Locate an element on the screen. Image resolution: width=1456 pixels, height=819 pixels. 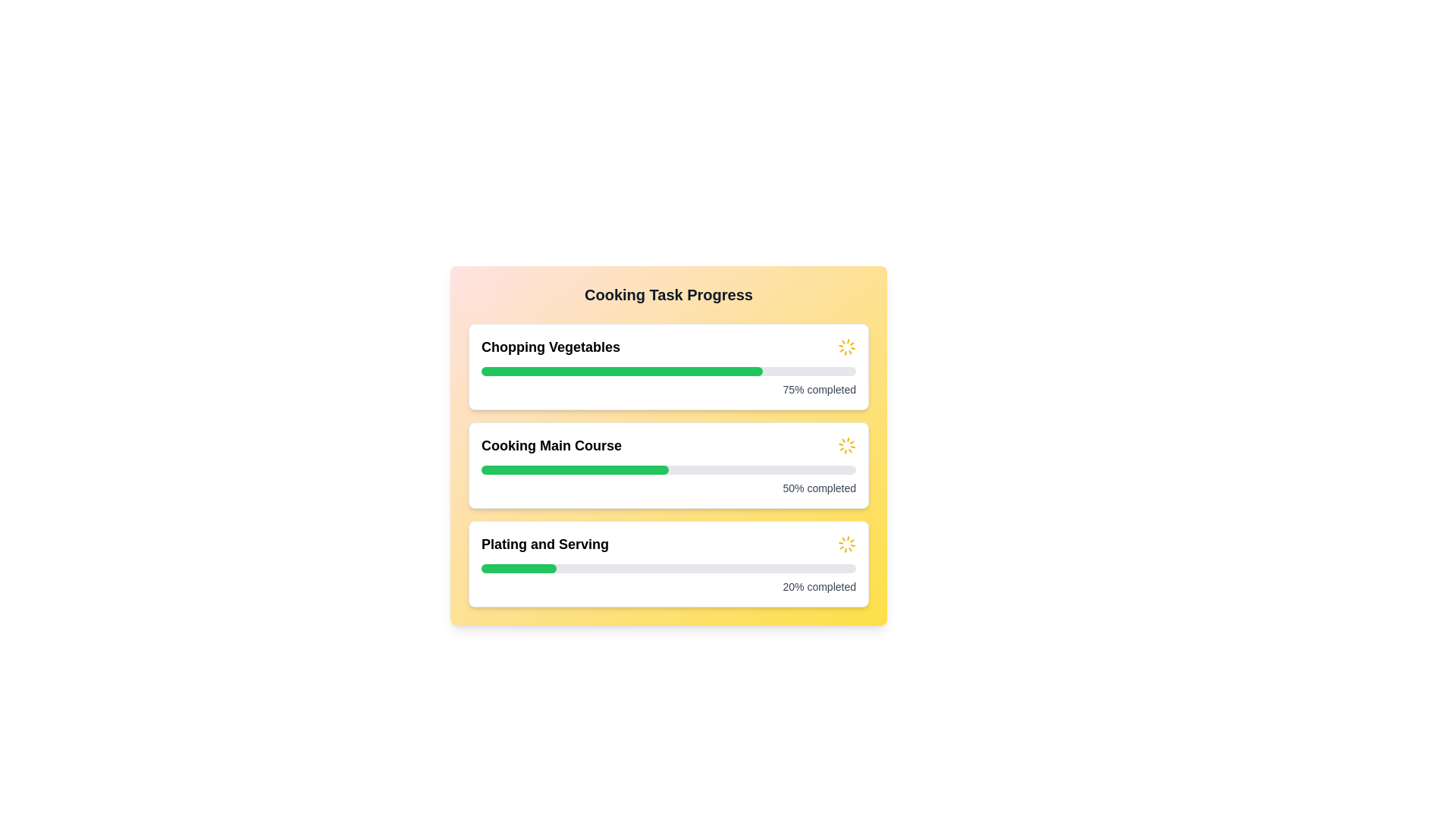
the Loading Spinner Icon, which serves as a visual indicator for ongoing progress related to the 'Cooking Main Course' task, positioned to the right of the task title is located at coordinates (846, 444).